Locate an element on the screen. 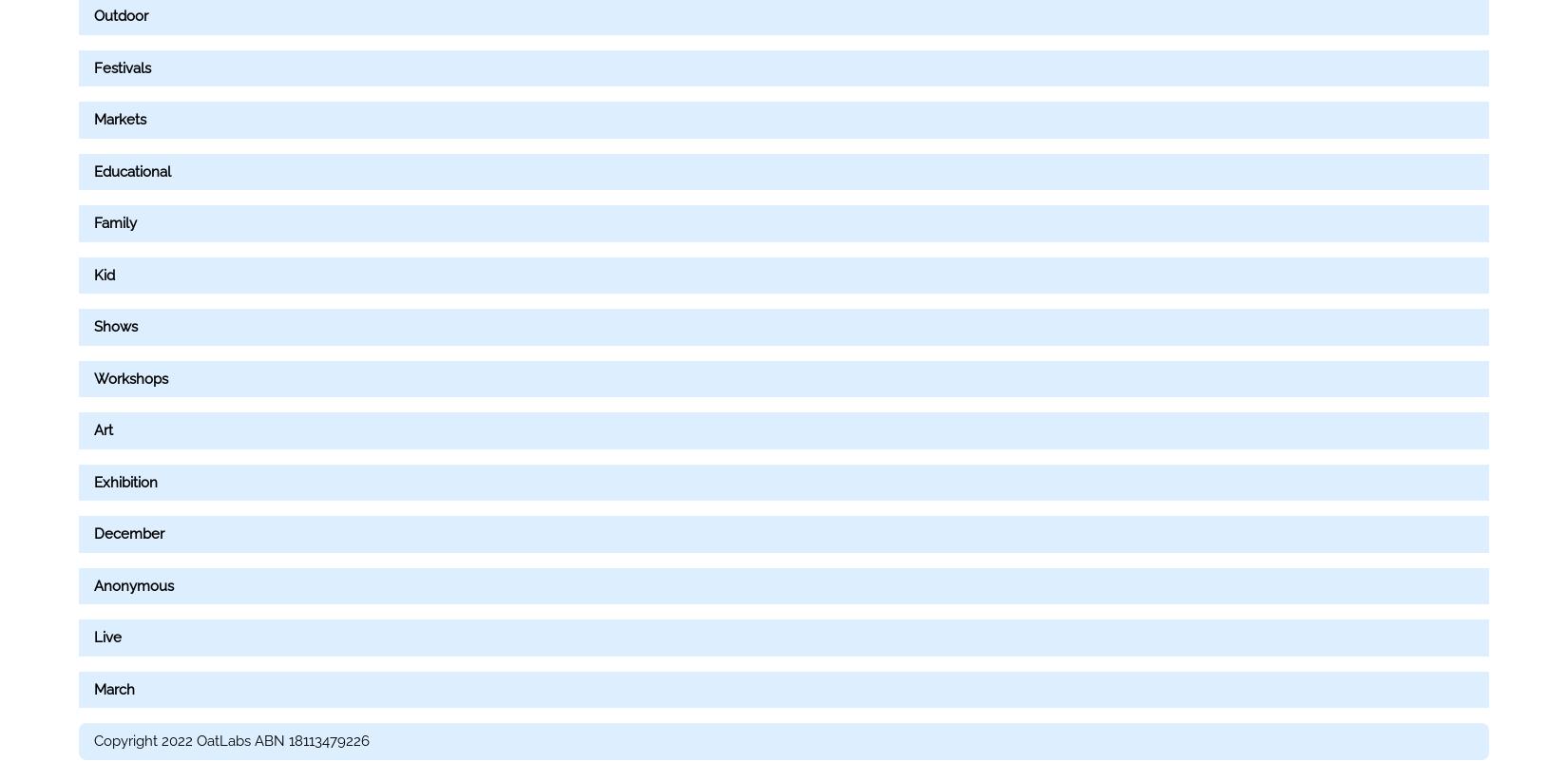 The width and height of the screenshot is (1568, 762). 'Kid' is located at coordinates (105, 273).